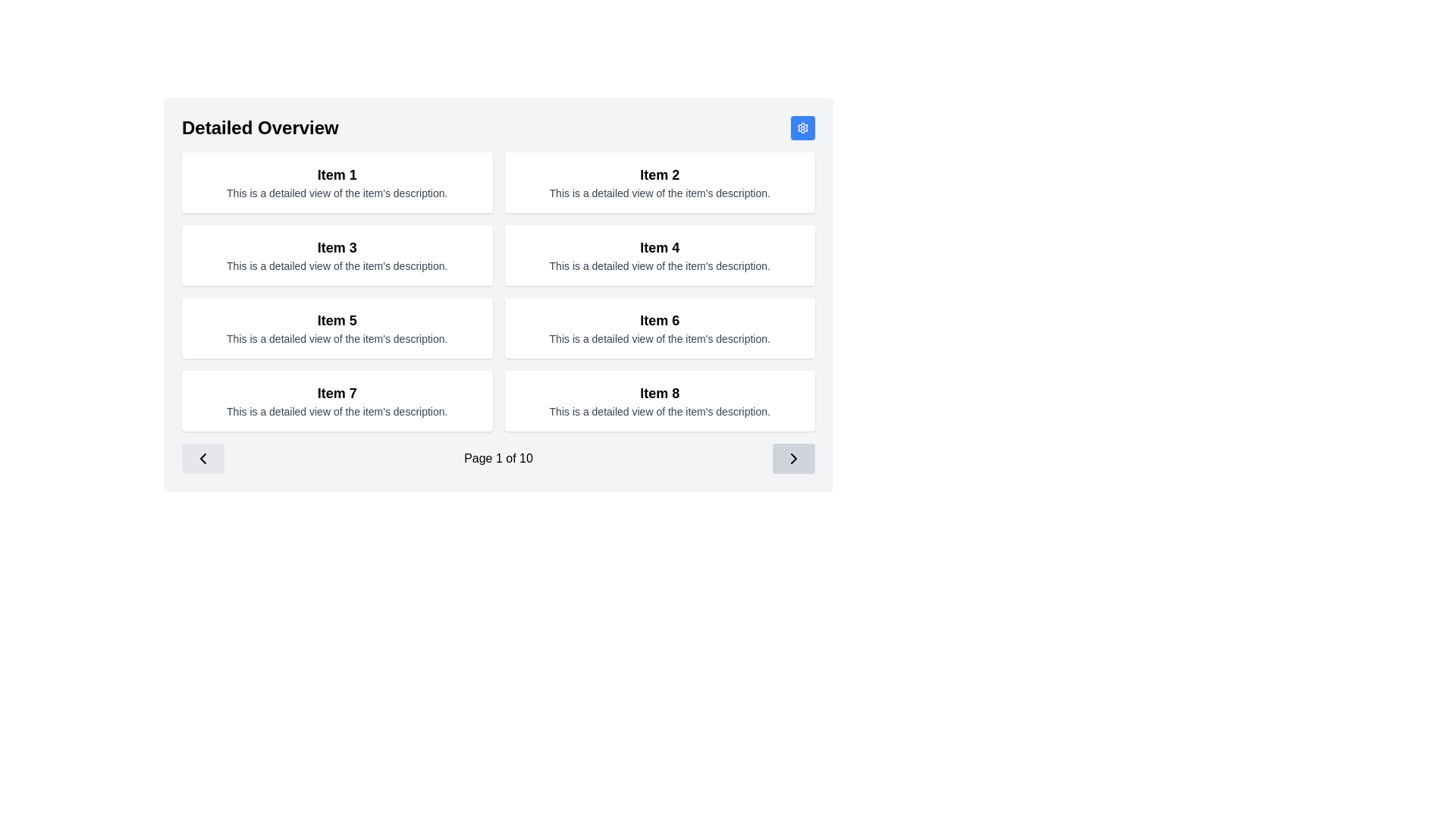  I want to click on the Informative card located in the first column of the second row of the grid layout, so click(336, 254).